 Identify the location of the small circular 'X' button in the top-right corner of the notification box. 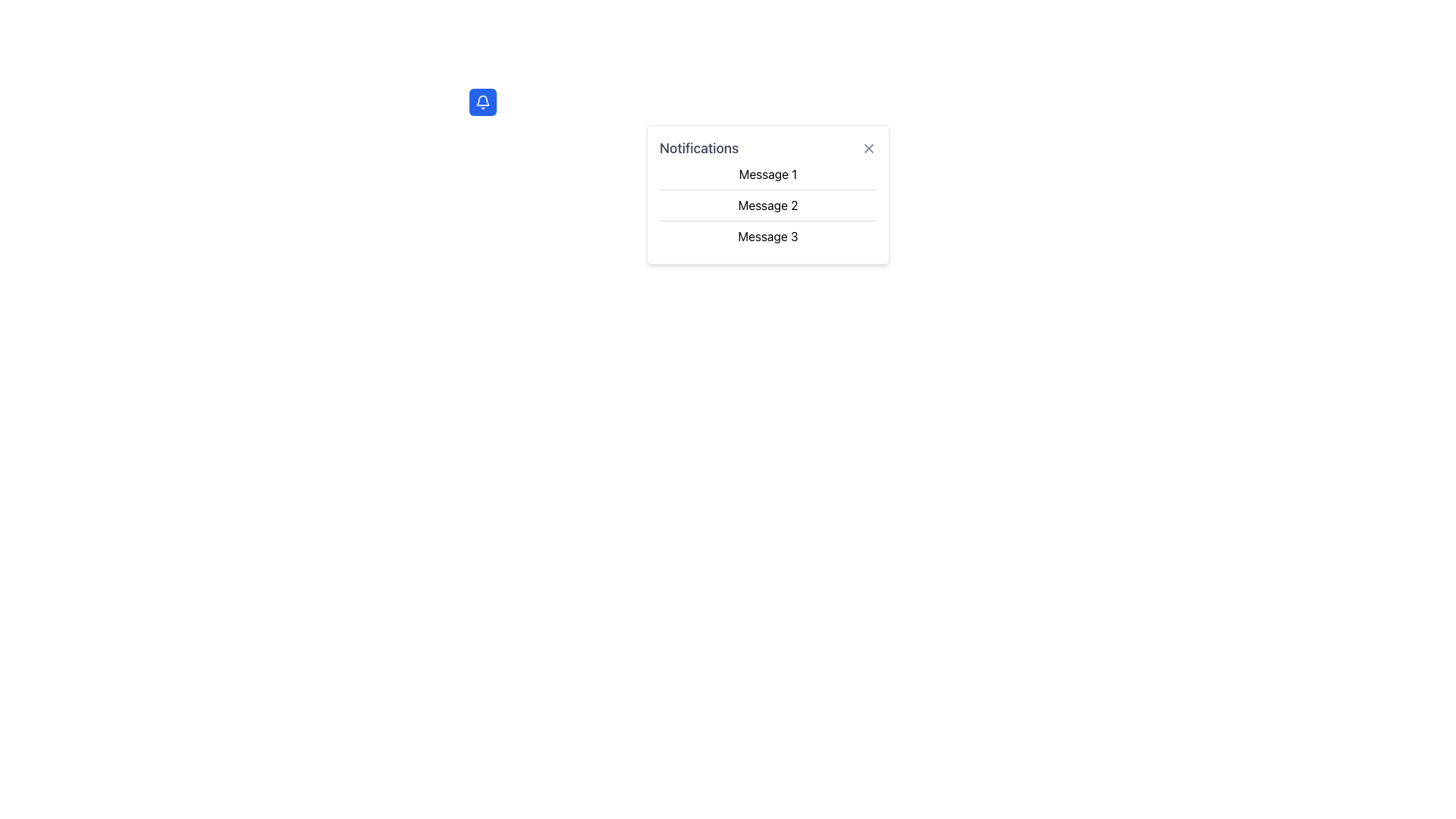
(869, 149).